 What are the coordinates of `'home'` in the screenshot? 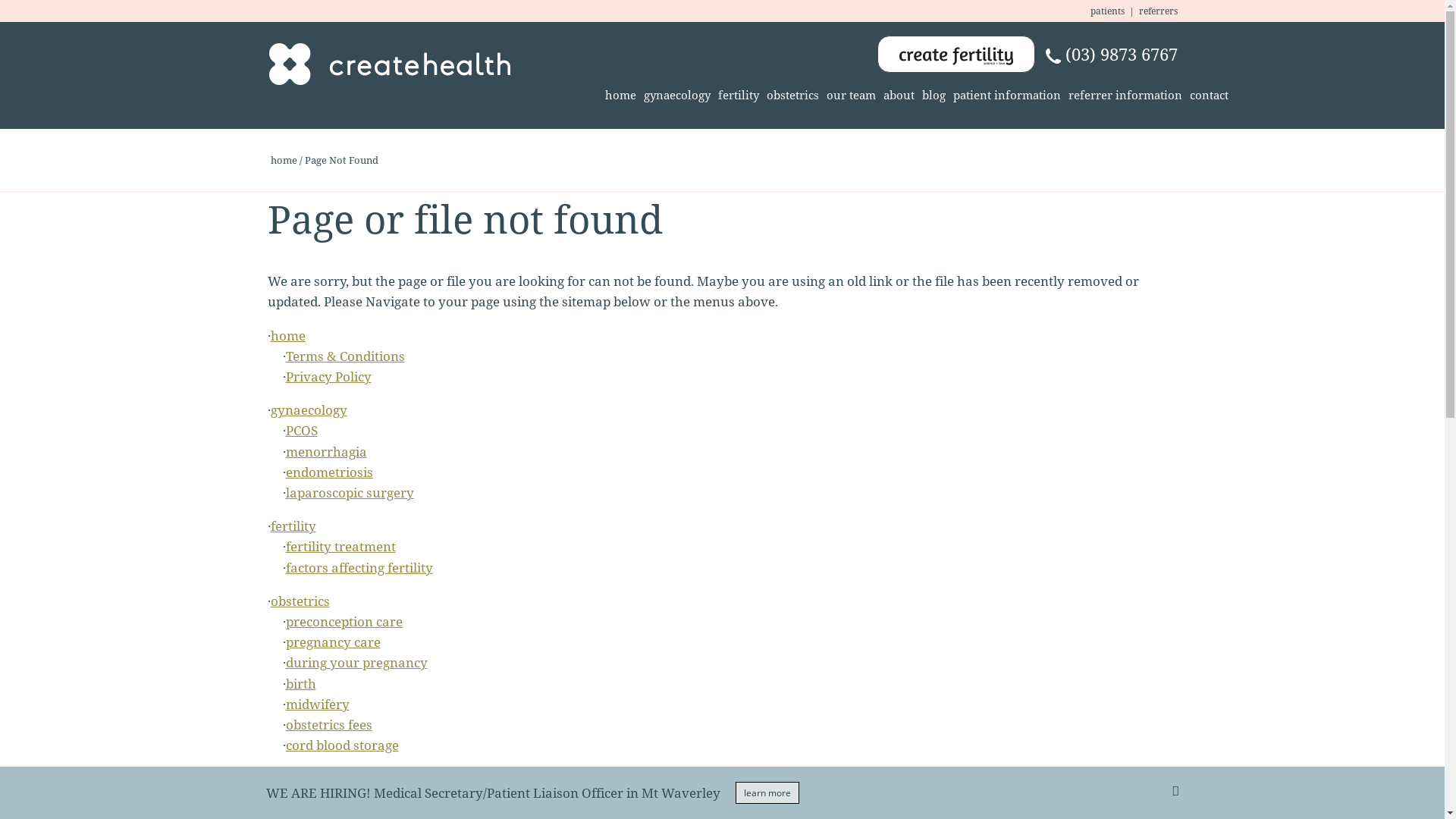 It's located at (284, 160).